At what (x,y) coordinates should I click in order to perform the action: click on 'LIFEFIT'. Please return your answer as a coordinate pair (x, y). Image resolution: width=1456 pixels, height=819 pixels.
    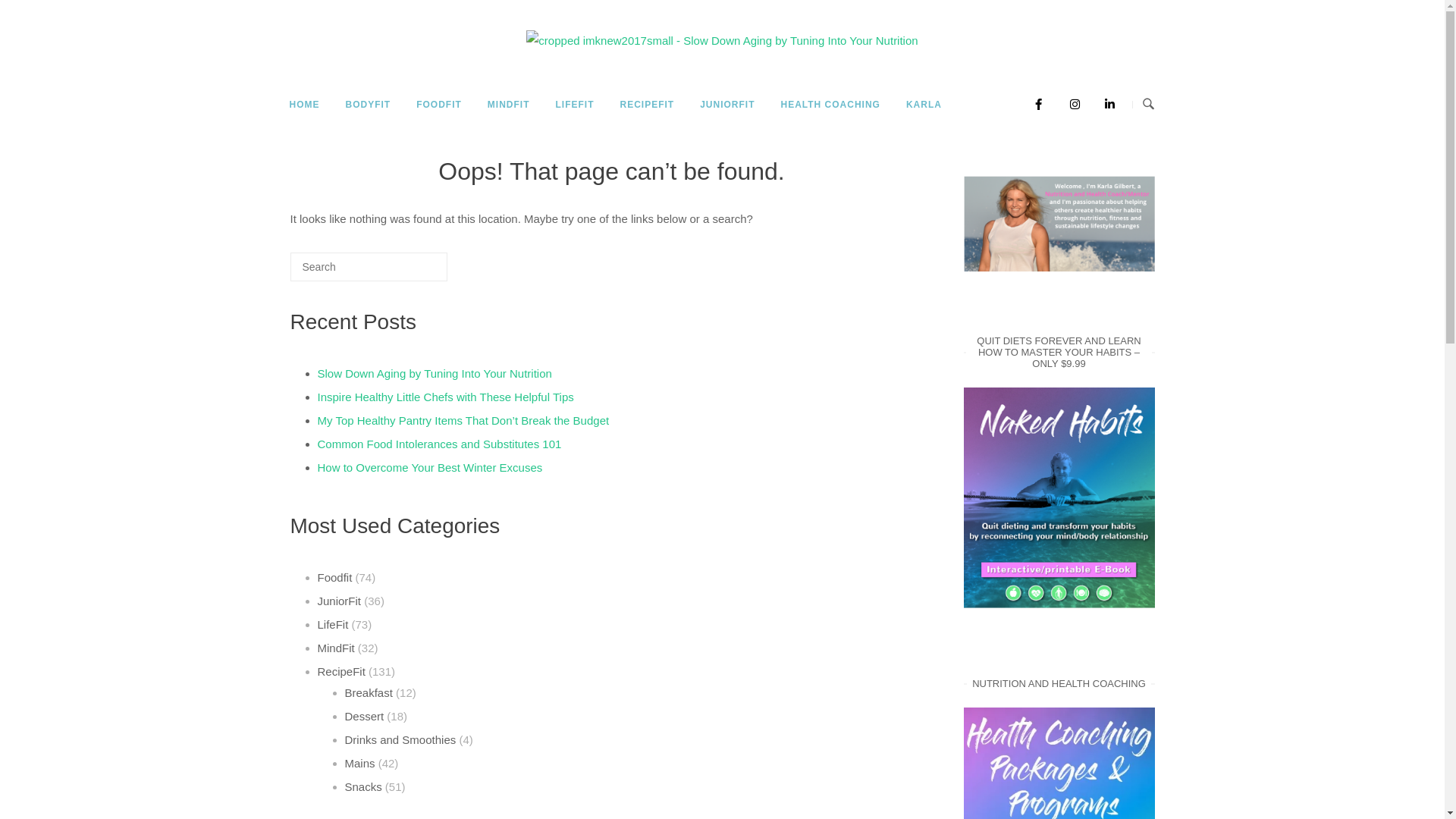
    Looking at the image, I should click on (544, 104).